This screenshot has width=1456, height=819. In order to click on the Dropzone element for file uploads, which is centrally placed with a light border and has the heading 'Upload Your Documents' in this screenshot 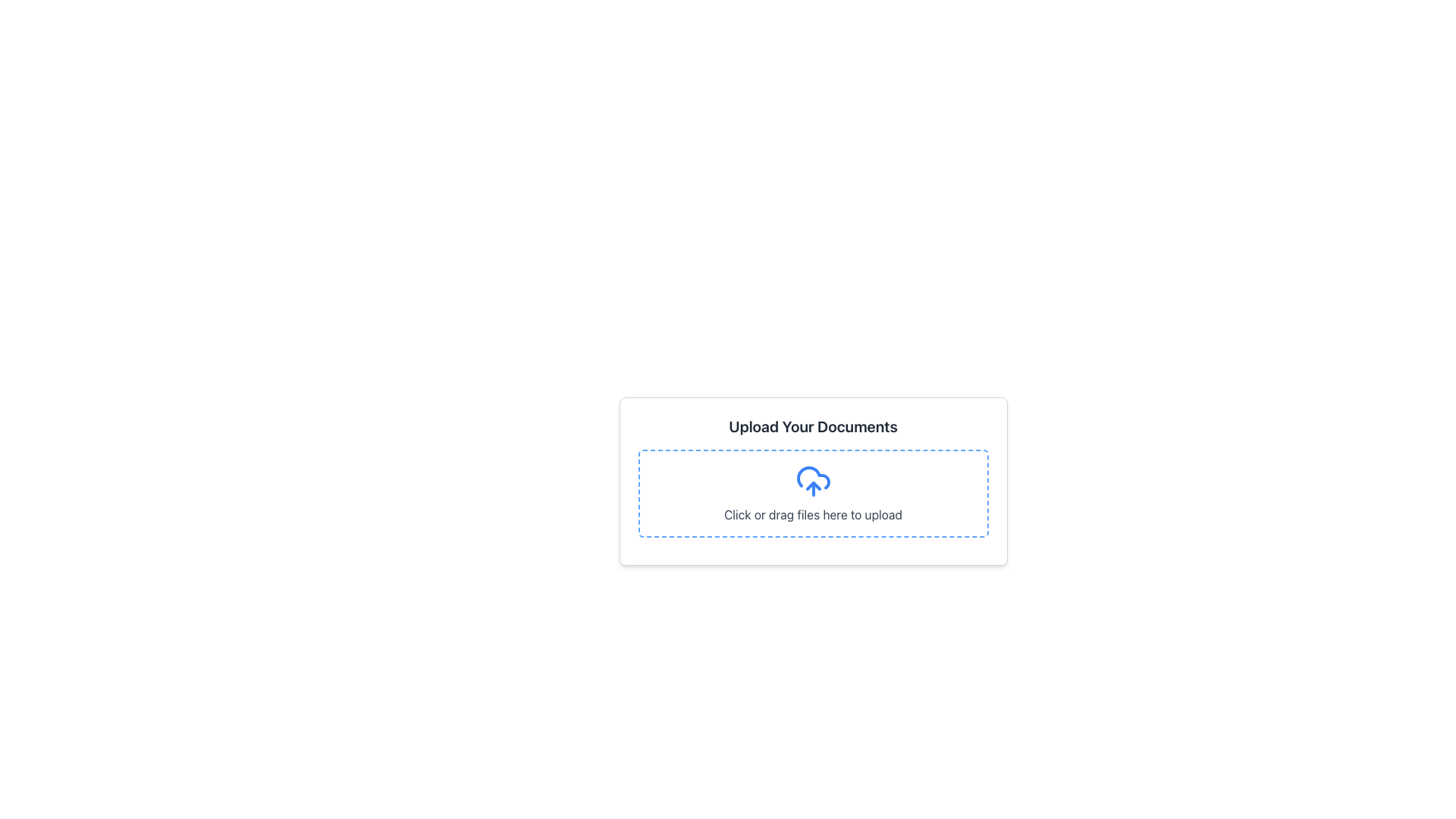, I will do `click(812, 497)`.